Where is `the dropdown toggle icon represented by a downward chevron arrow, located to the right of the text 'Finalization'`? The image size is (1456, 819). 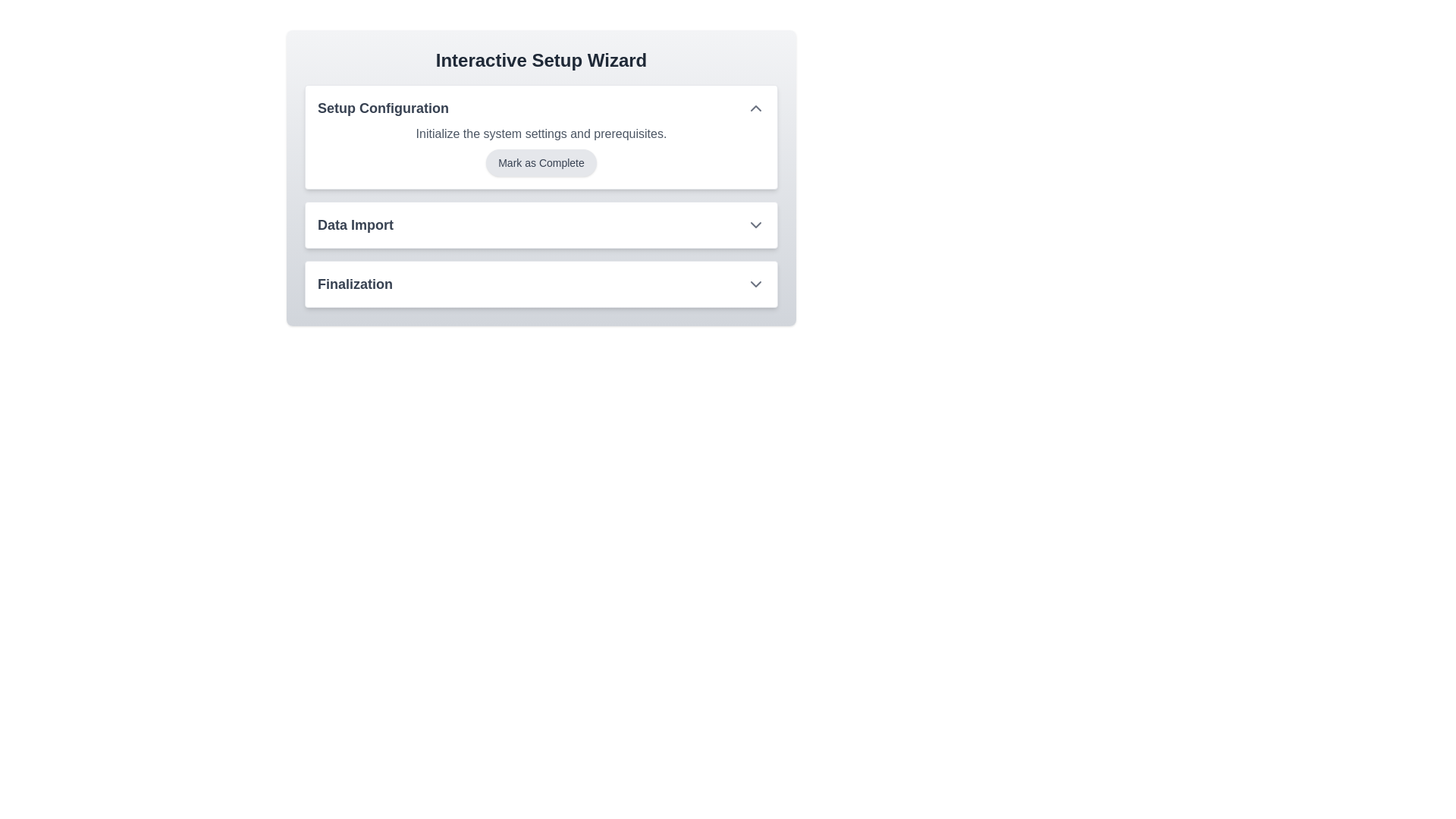 the dropdown toggle icon represented by a downward chevron arrow, located to the right of the text 'Finalization' is located at coordinates (756, 284).